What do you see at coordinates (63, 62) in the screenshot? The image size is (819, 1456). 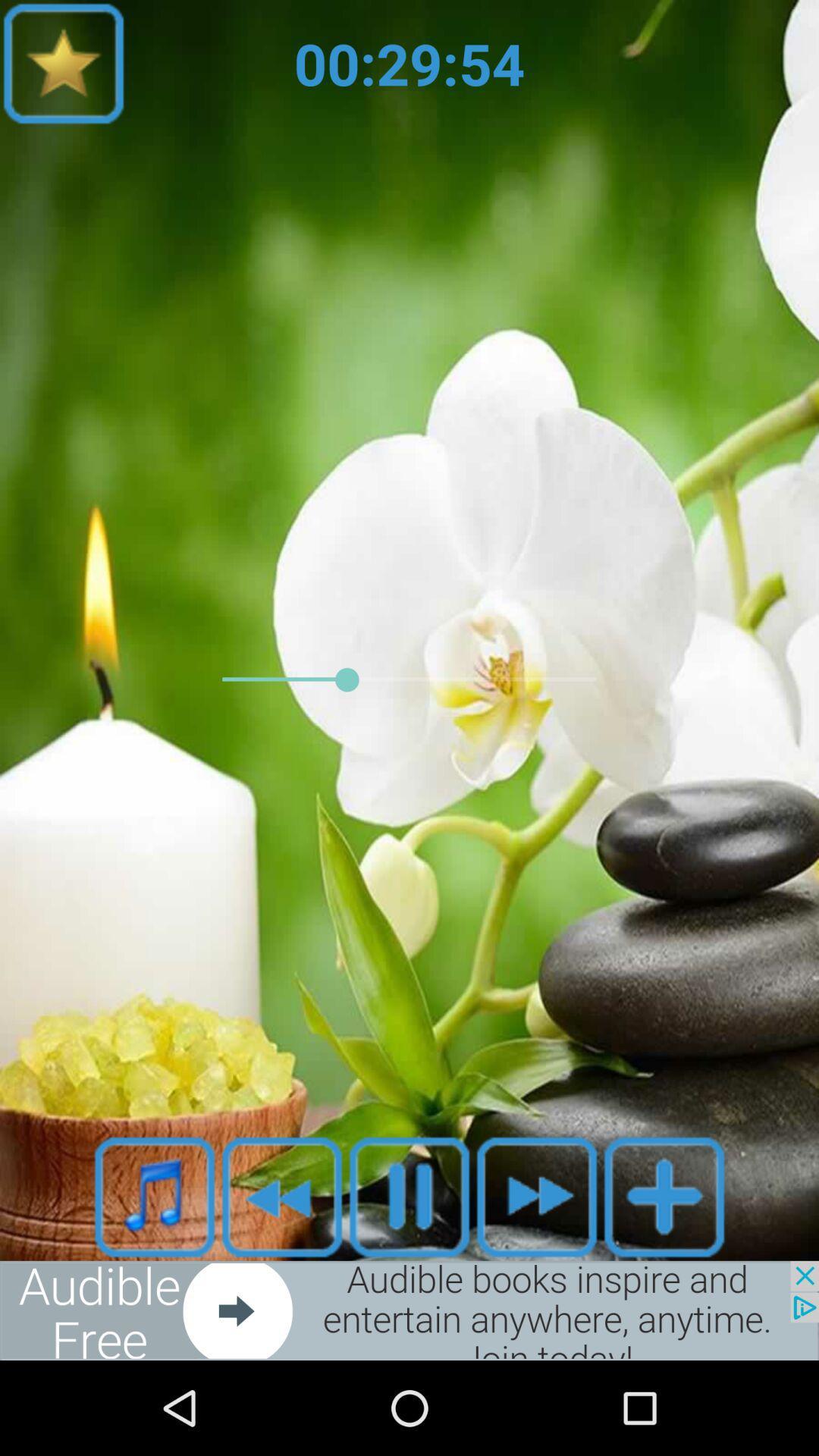 I see `flag it` at bounding box center [63, 62].